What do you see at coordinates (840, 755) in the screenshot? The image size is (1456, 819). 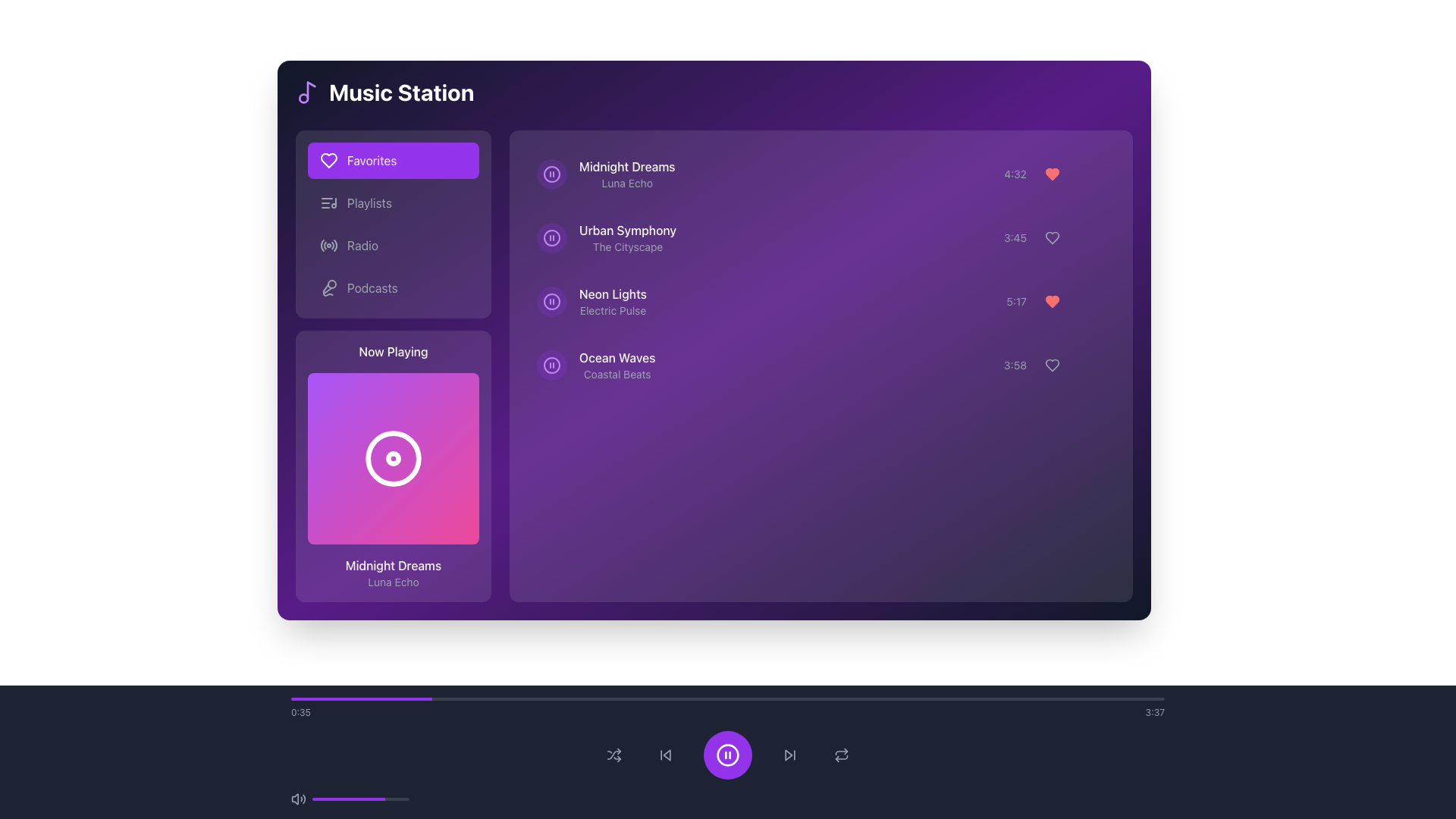 I see `the repeat button icon in the bottom control bar of the music player` at bounding box center [840, 755].